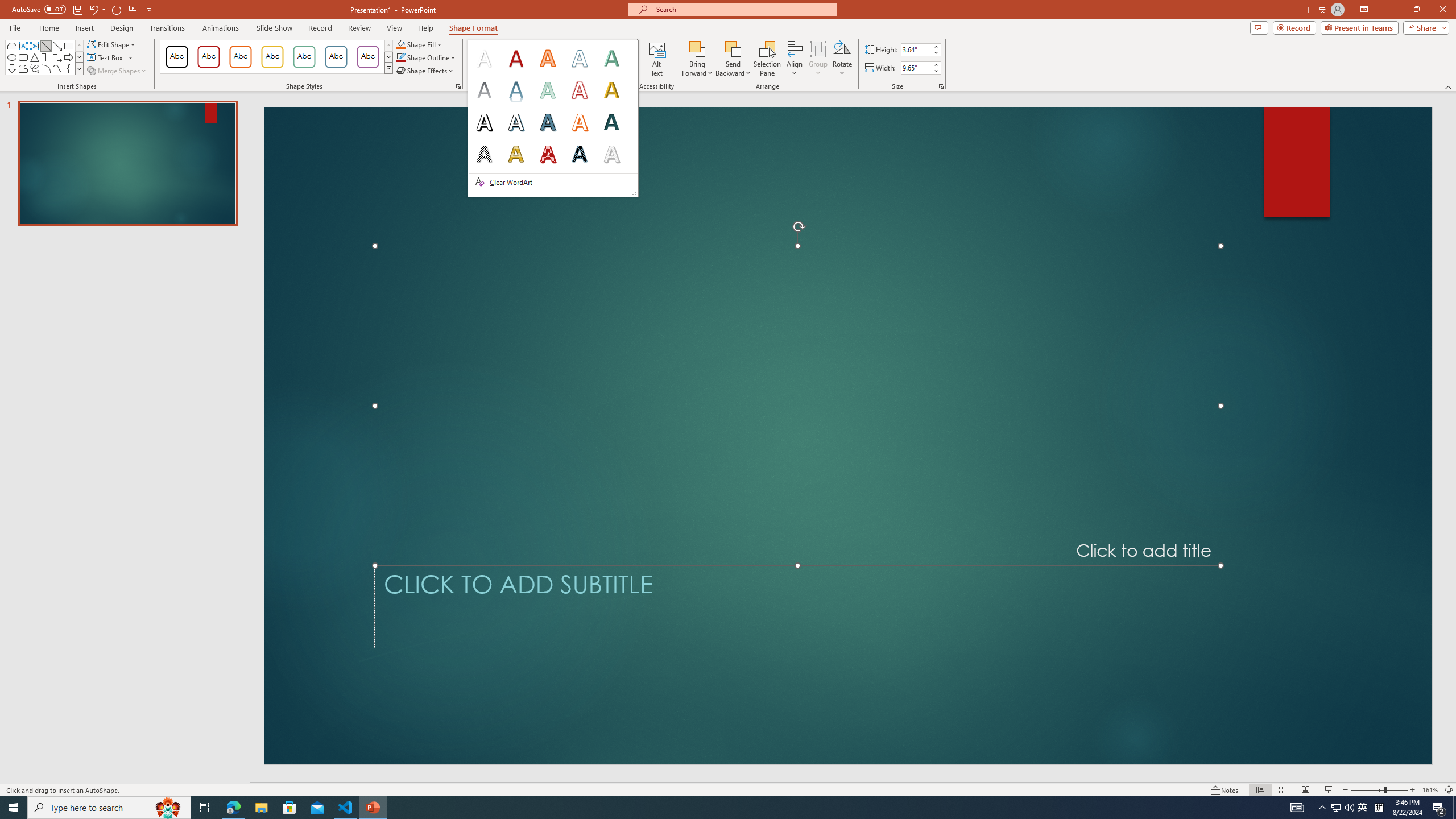  What do you see at coordinates (698, 59) in the screenshot?
I see `'Bring Forward'` at bounding box center [698, 59].